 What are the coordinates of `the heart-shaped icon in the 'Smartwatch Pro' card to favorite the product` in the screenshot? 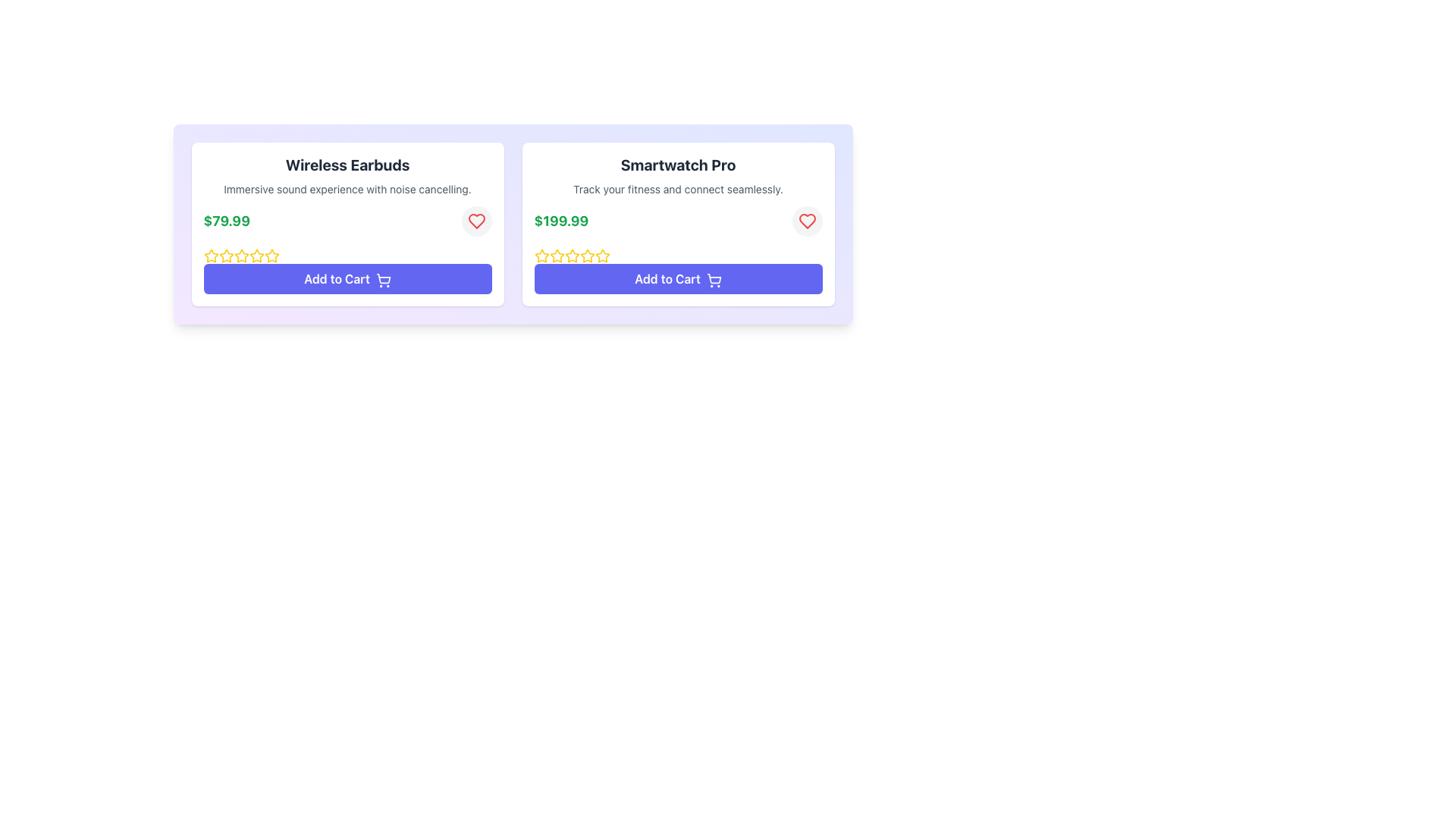 It's located at (806, 221).